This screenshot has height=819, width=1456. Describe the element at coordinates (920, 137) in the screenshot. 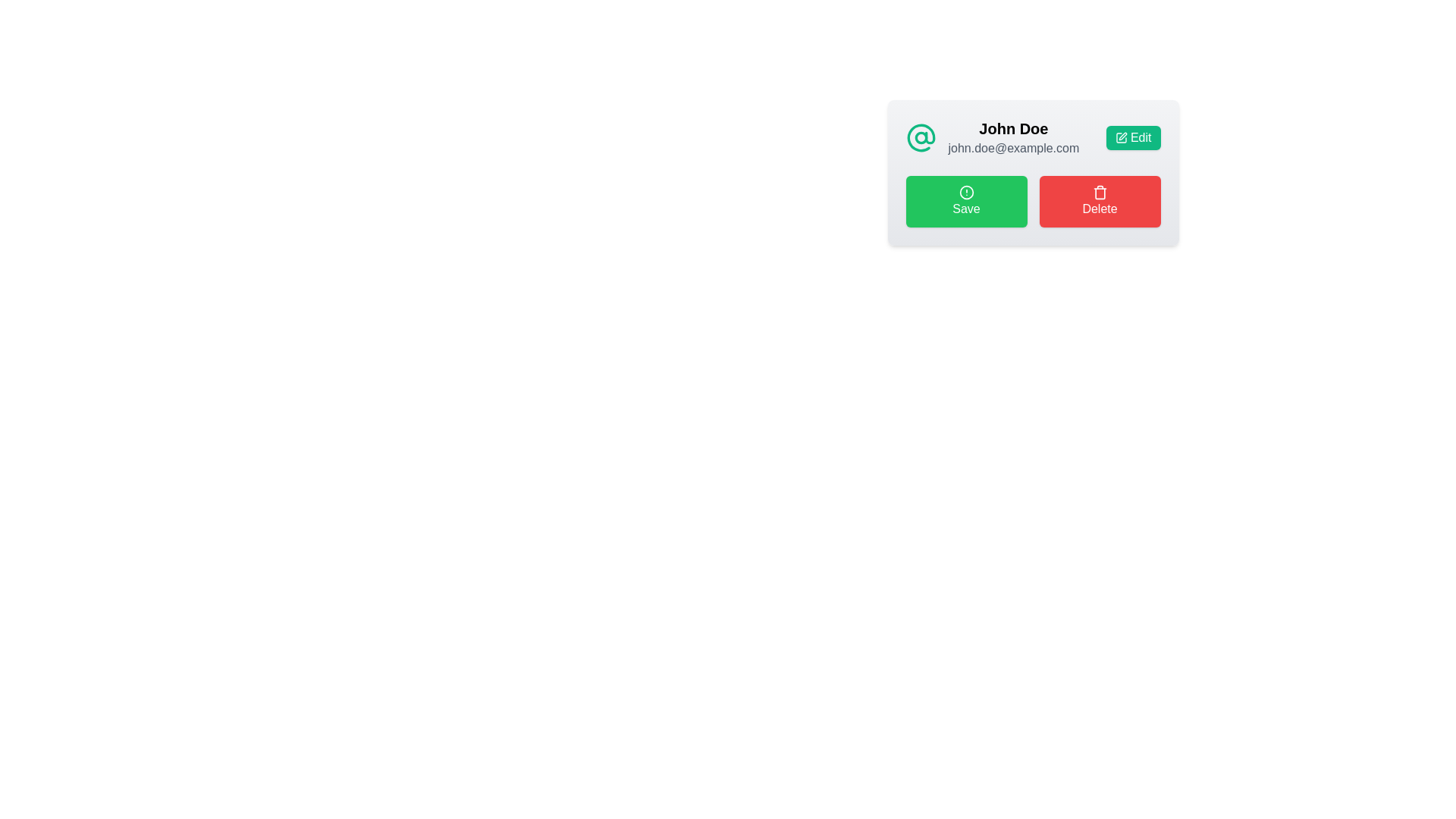

I see `the icon positioned to the left of the name 'John Doe' and the email in the upper row of the profile card` at that location.